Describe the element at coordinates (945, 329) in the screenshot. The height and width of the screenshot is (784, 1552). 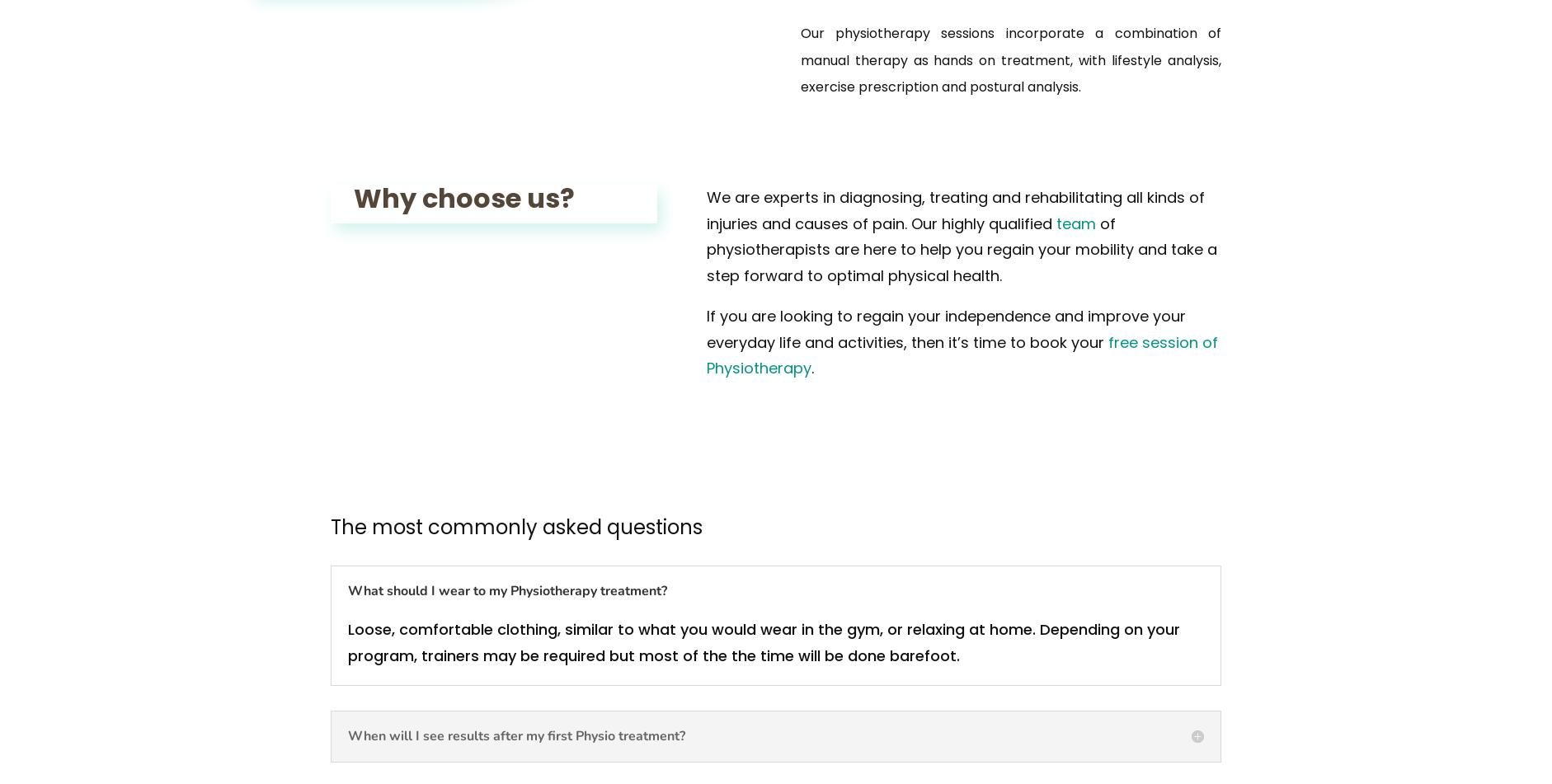
I see `'If you are looking to regain your independence and improve your everyday life and activities, then it’s time to book your'` at that location.